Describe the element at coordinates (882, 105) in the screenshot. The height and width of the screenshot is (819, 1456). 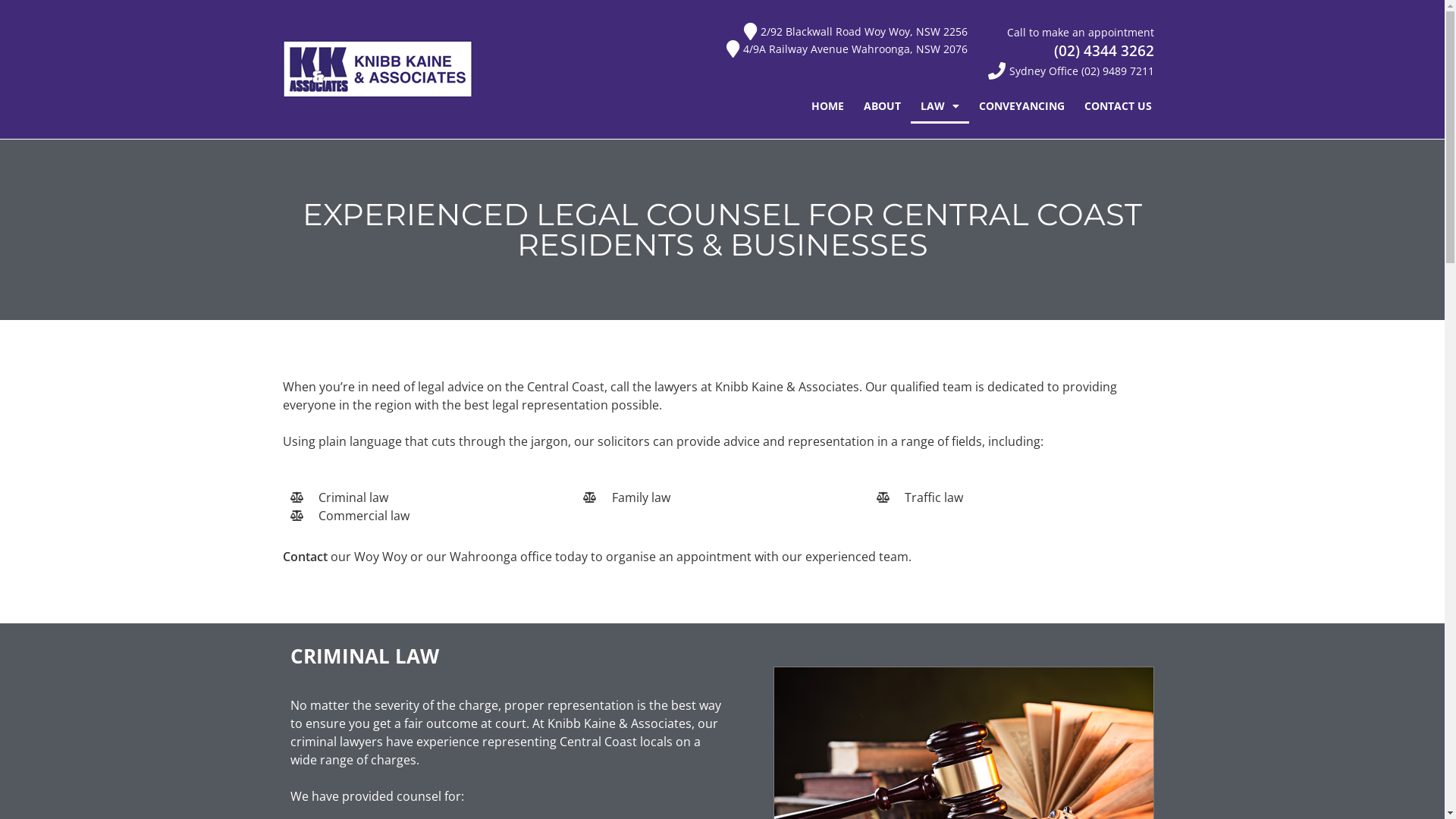
I see `'ABOUT'` at that location.